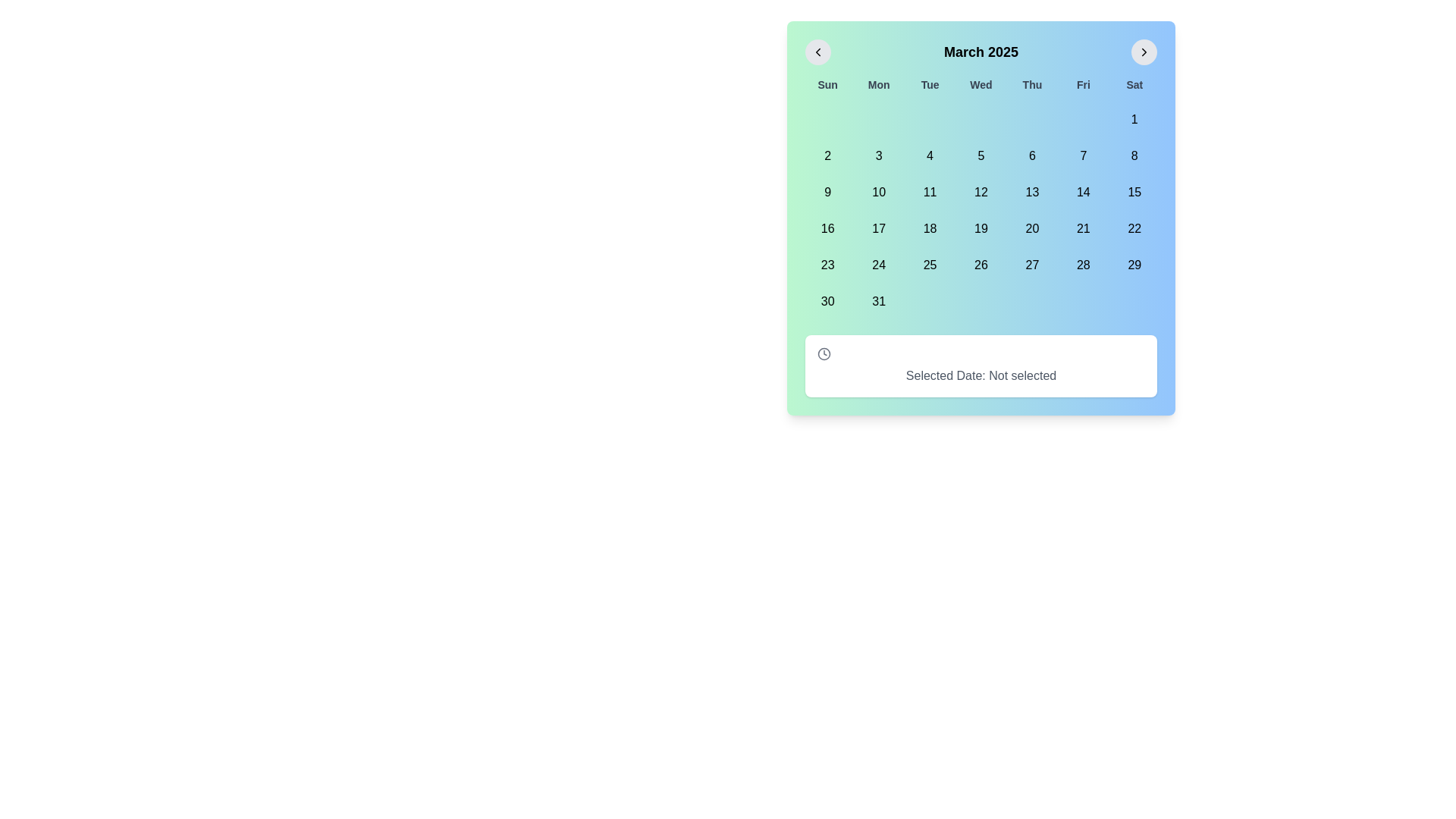  What do you see at coordinates (929, 155) in the screenshot?
I see `the rounded rectangular button displaying the number '4'` at bounding box center [929, 155].